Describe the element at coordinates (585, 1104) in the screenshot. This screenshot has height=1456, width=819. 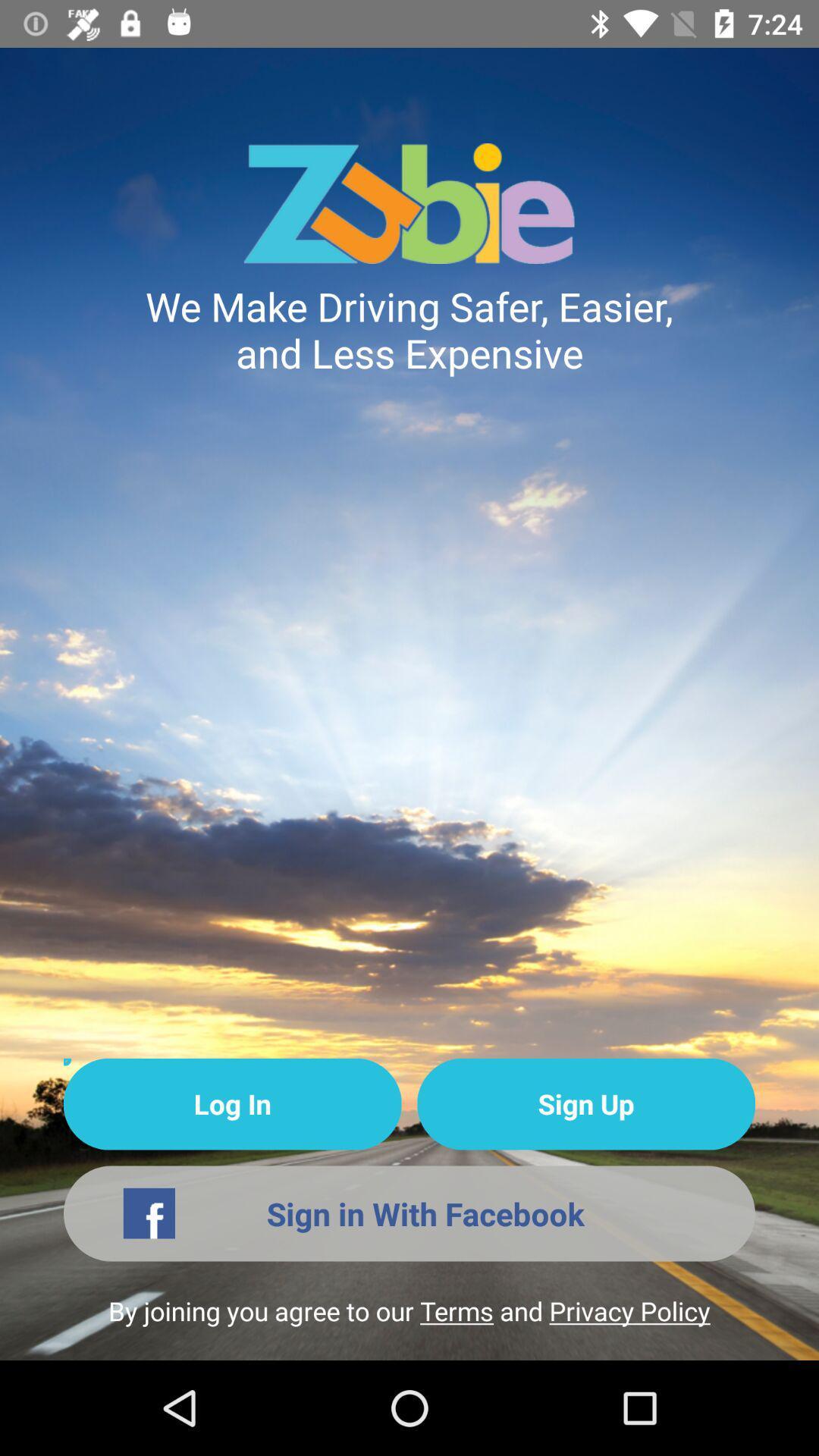
I see `the sign up item` at that location.